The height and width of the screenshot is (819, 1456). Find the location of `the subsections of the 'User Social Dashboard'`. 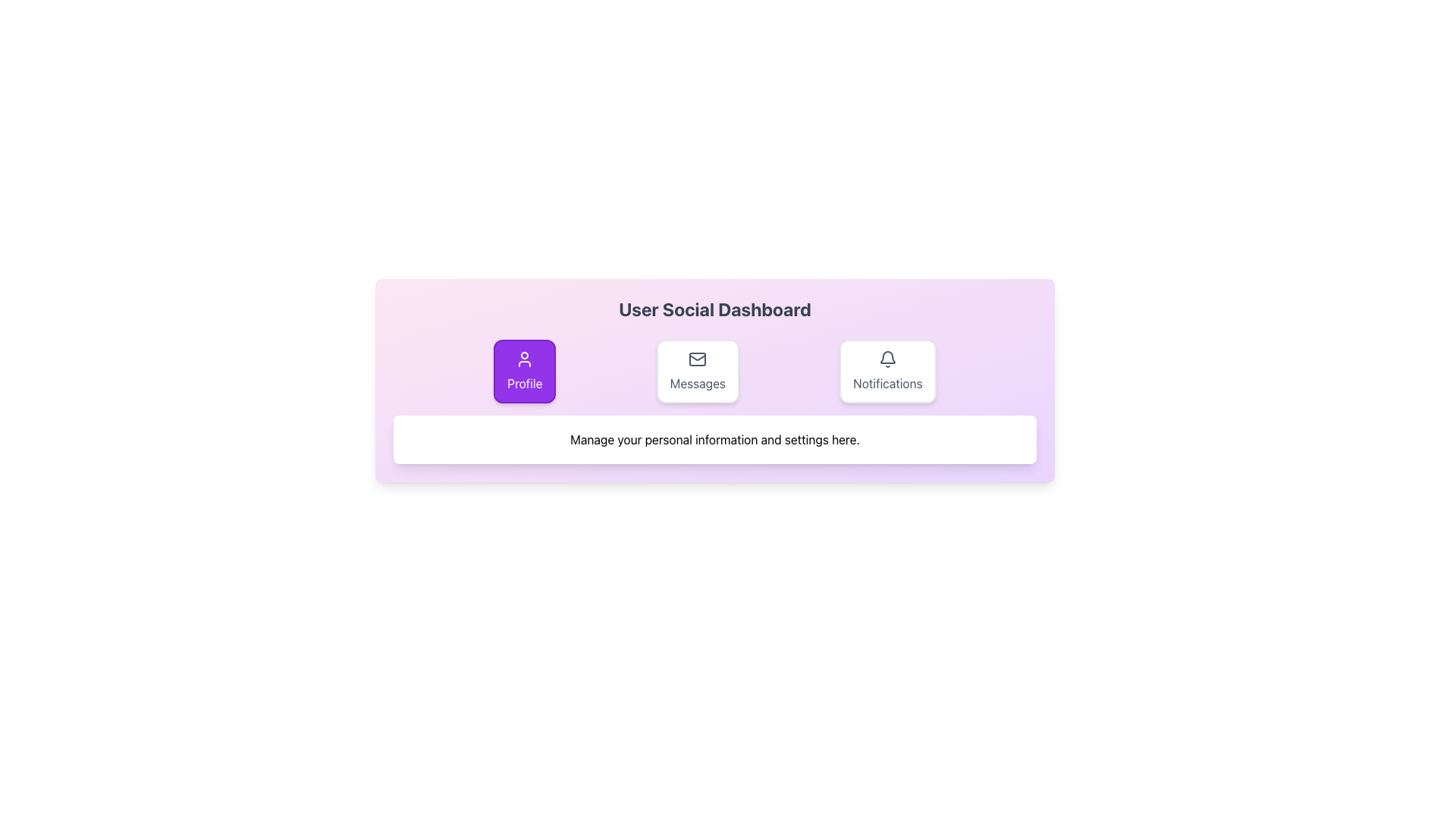

the subsections of the 'User Social Dashboard' is located at coordinates (714, 379).